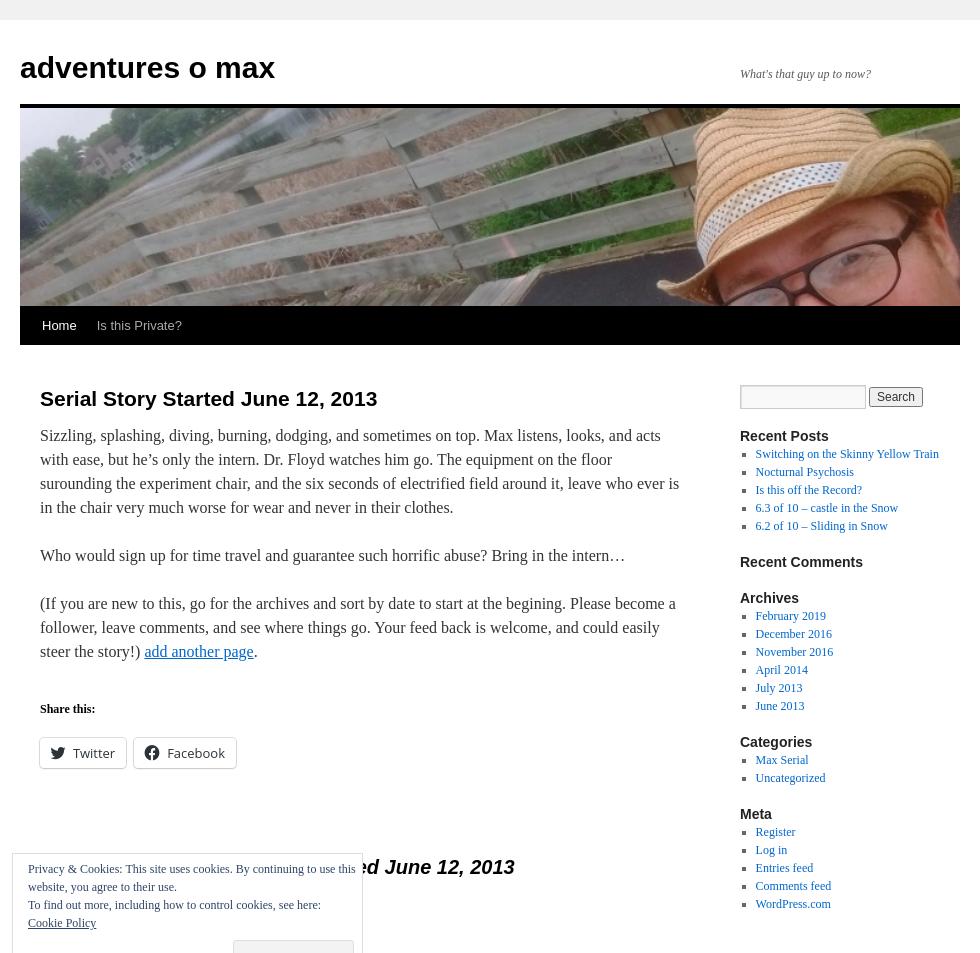  What do you see at coordinates (332, 555) in the screenshot?
I see `'Who would sign up for time travel and guarantee such horrific abuse? Bring in the intern…'` at bounding box center [332, 555].